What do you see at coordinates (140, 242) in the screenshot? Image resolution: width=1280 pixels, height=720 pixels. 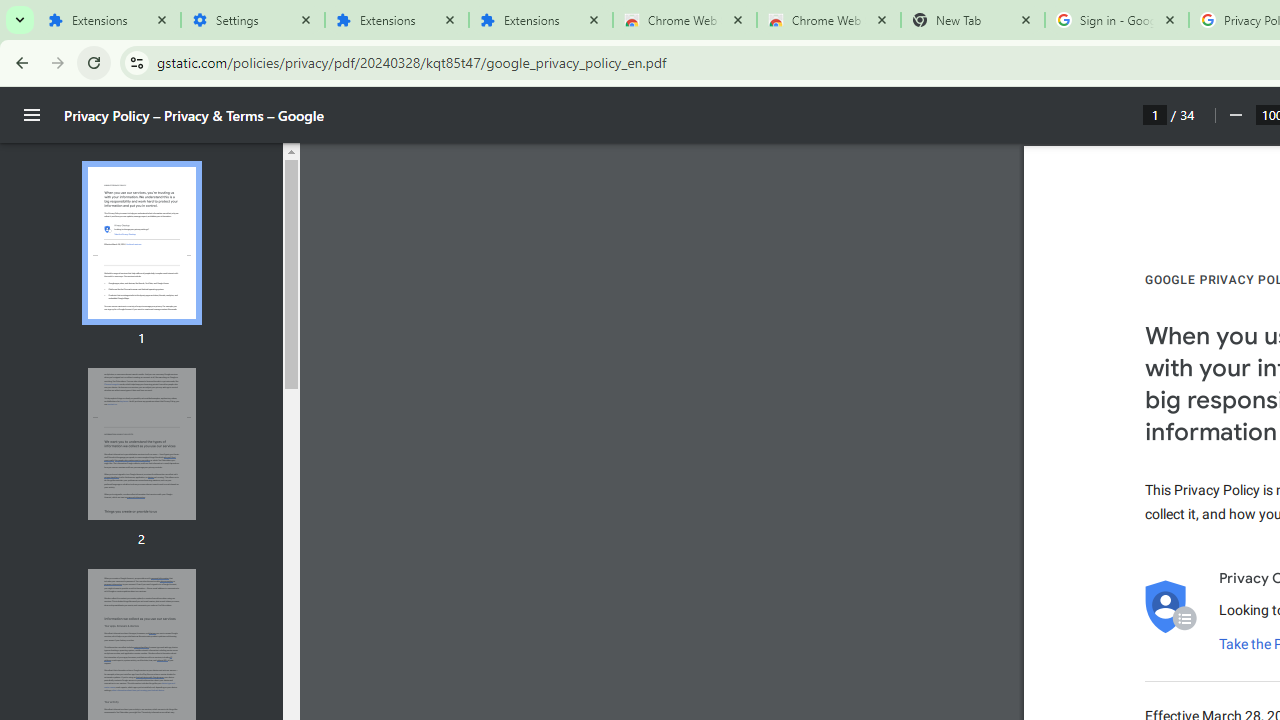 I see `'Thumbnail for page 1'` at bounding box center [140, 242].